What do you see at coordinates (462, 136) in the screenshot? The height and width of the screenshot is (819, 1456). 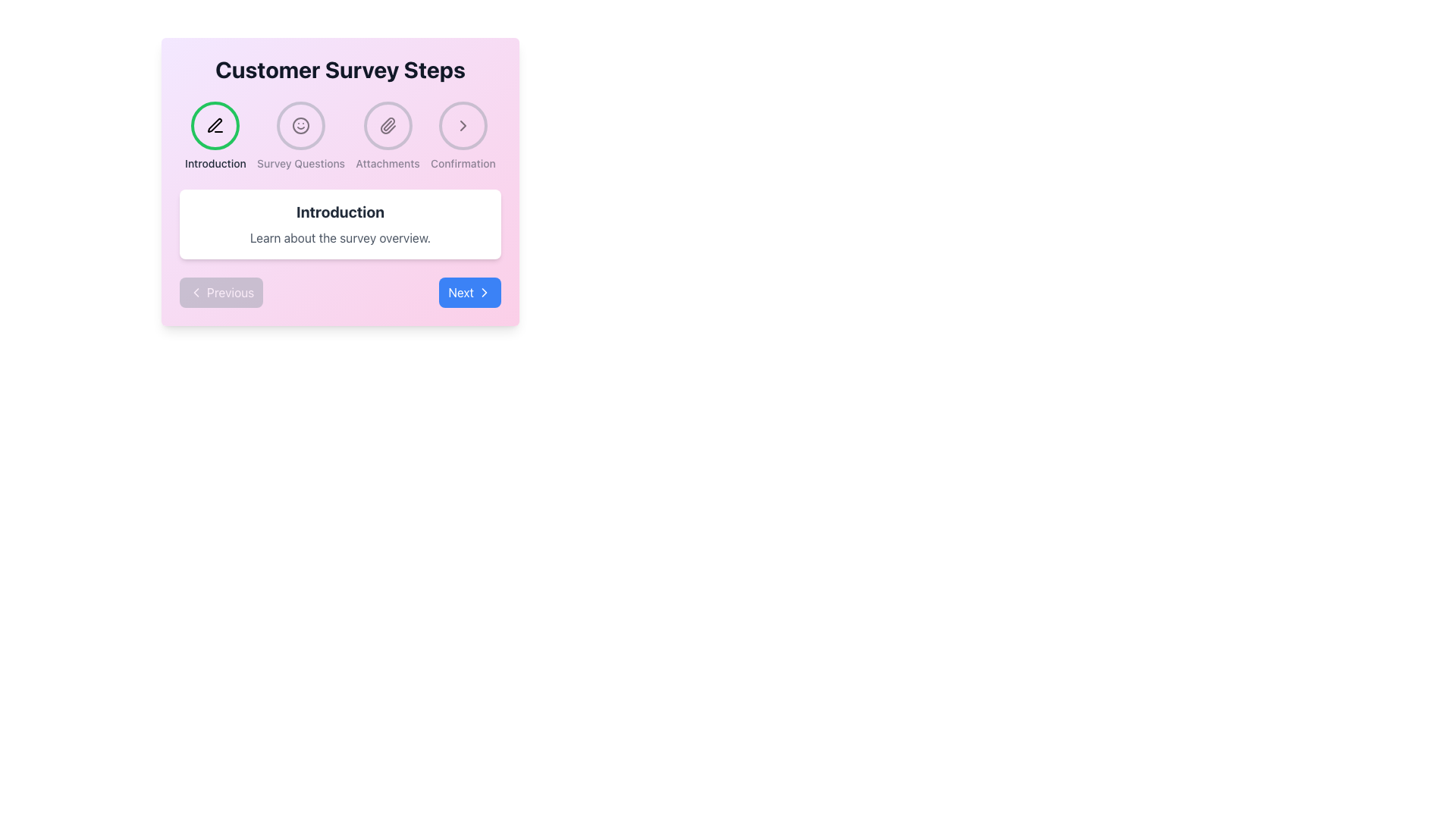 I see `the circular icon with a gray border containing a rightward arrow symbol labeled 'Confirmation', which is the fourth element in the navigational steps under 'Customer Survey Steps'` at bounding box center [462, 136].